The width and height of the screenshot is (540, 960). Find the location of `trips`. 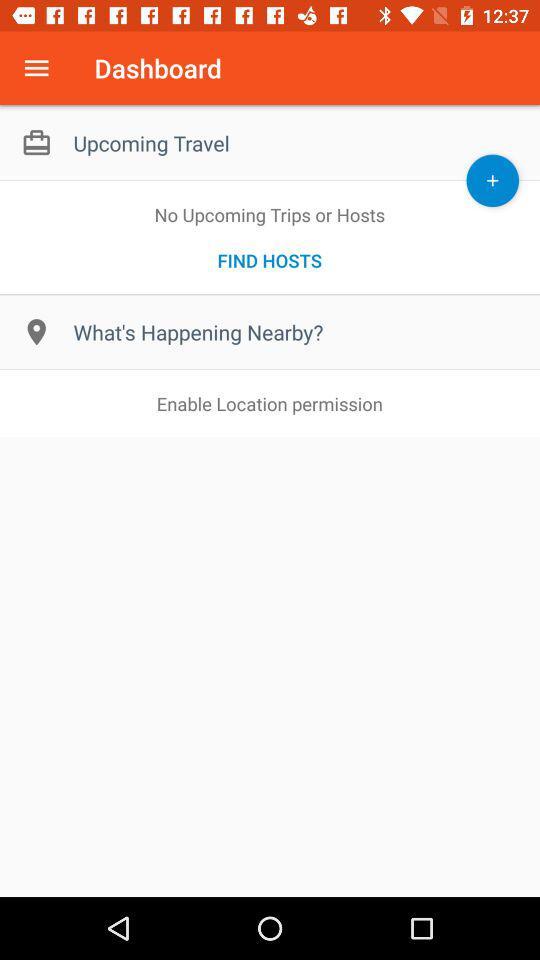

trips is located at coordinates (491, 179).